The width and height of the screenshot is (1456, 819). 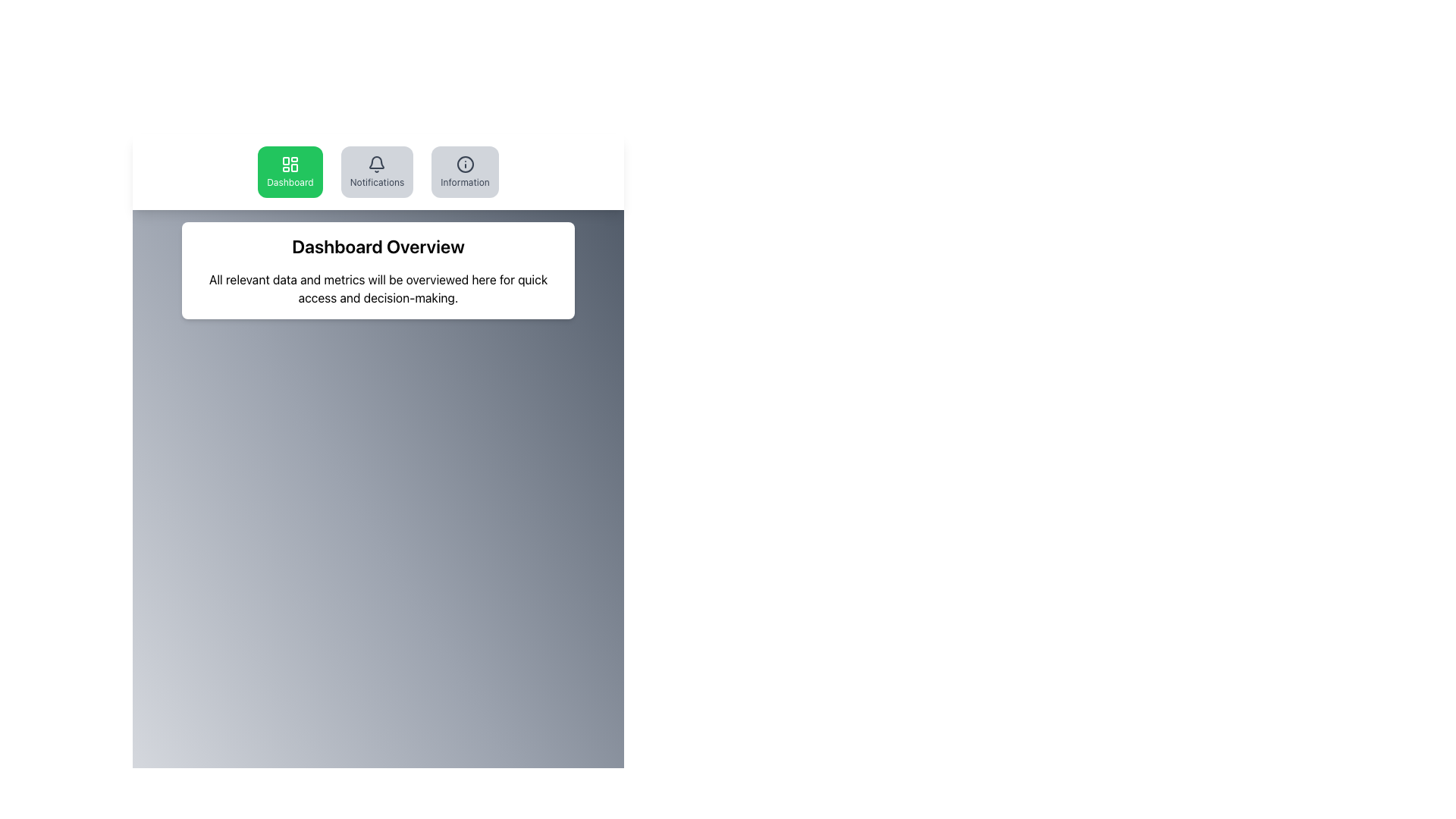 What do you see at coordinates (377, 164) in the screenshot?
I see `the bell icon representing notifications` at bounding box center [377, 164].